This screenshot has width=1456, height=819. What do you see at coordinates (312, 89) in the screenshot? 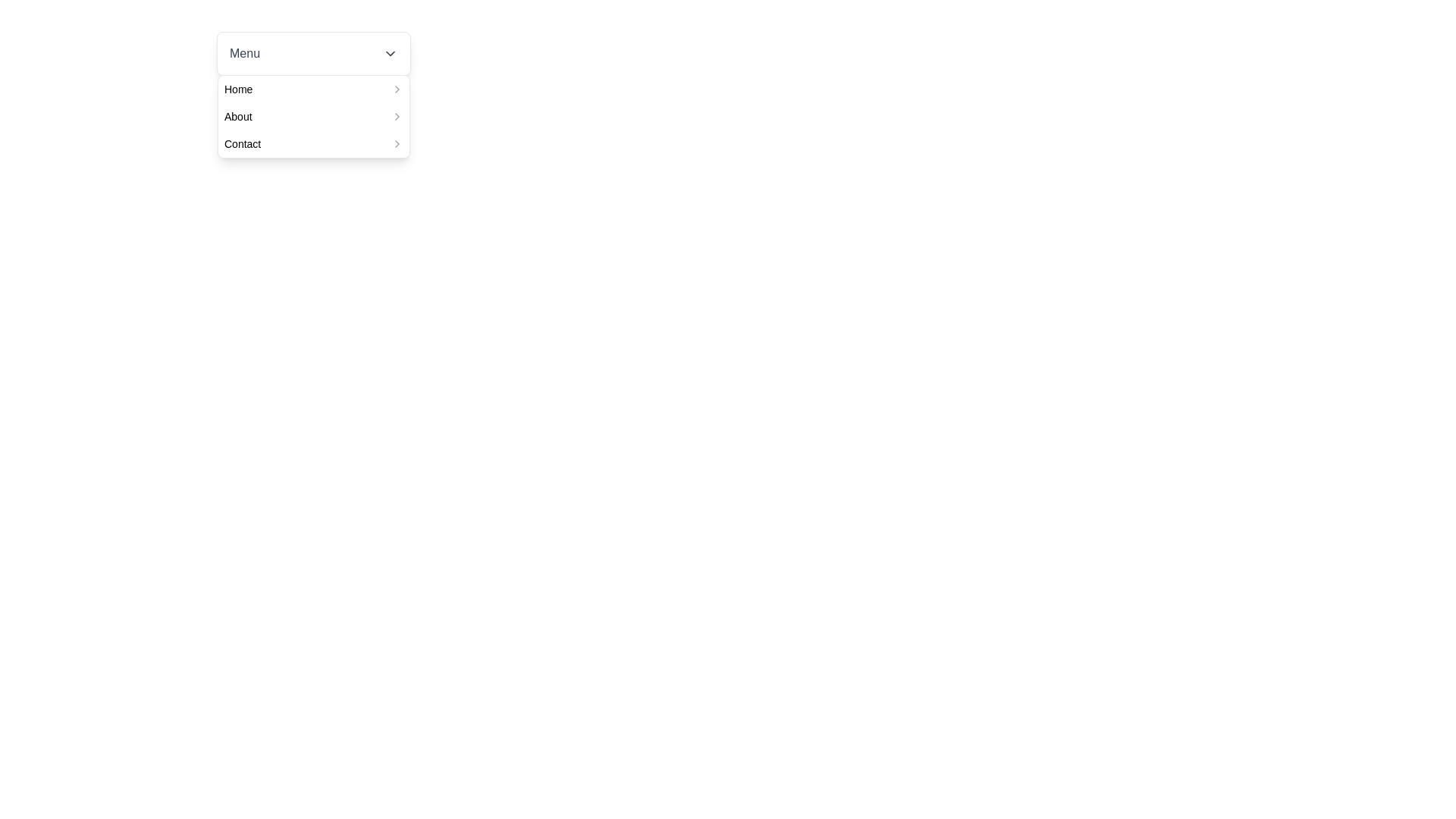
I see `the 'Home' list item in the vertical dropdown menu` at bounding box center [312, 89].